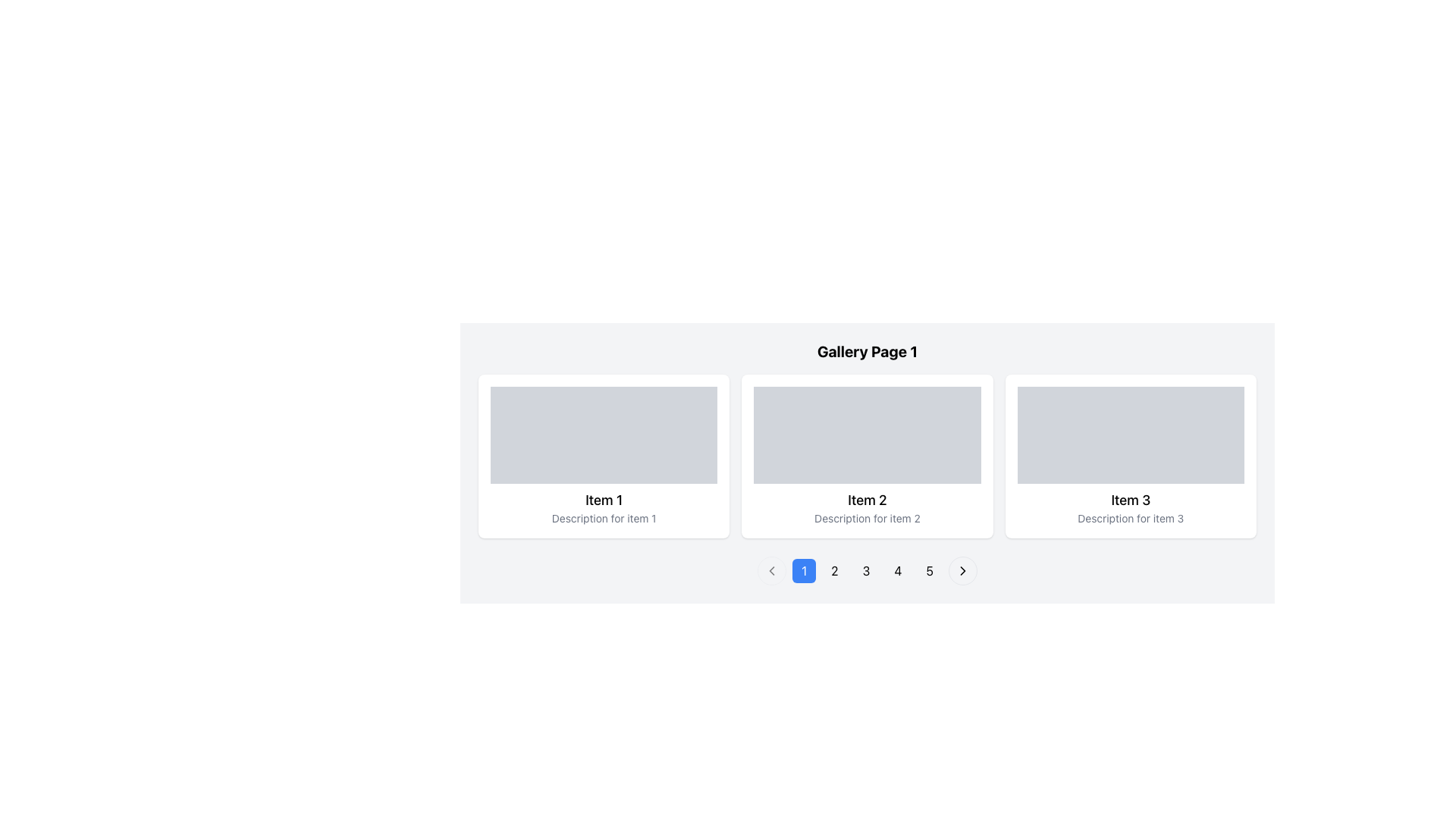  Describe the element at coordinates (603, 455) in the screenshot. I see `the leftmost card in the grid, which displays a title and description for 'Item 1'` at that location.